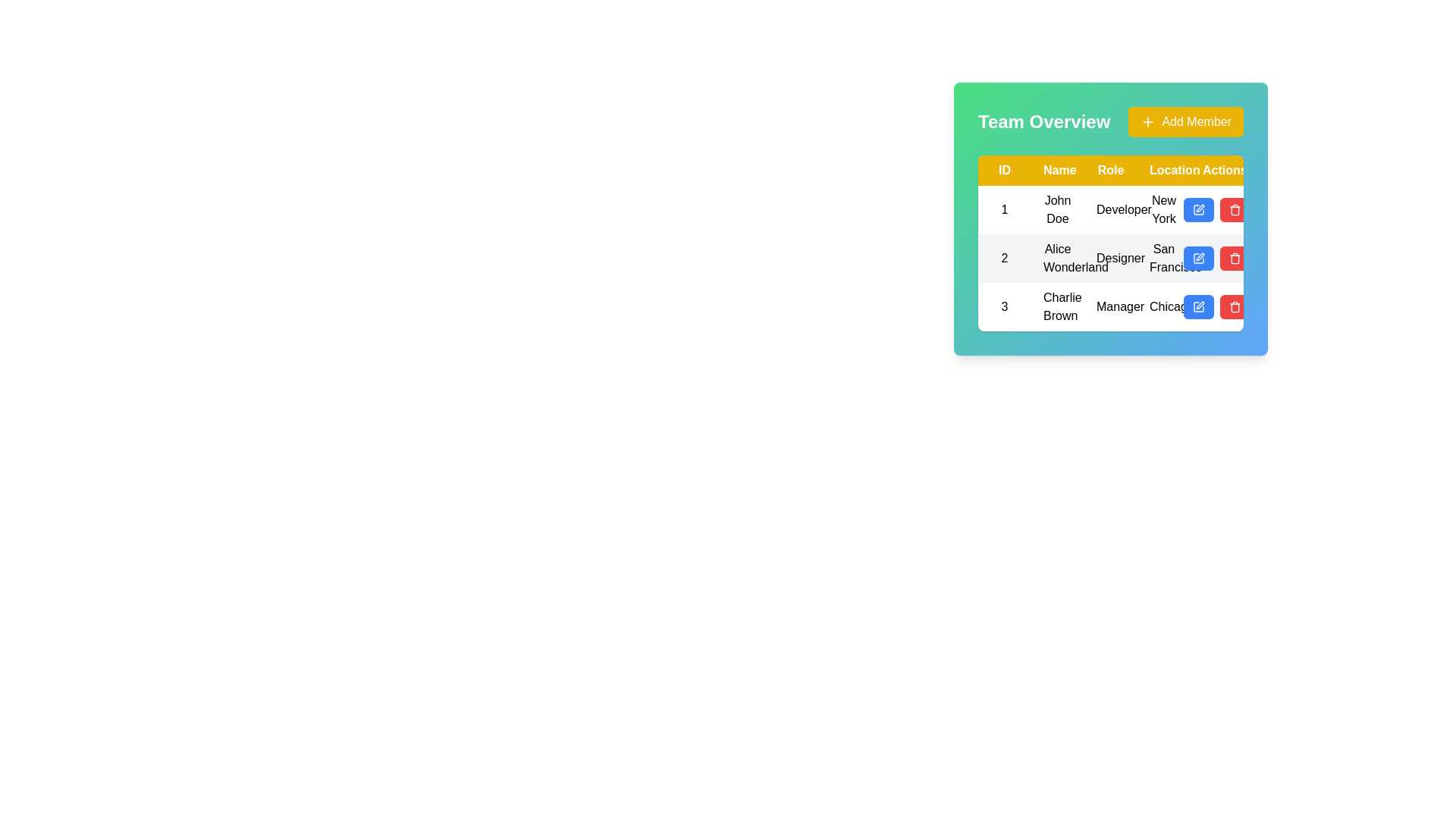  Describe the element at coordinates (1163, 210) in the screenshot. I see `the text element displaying 'New York' in the first row of the table, which is under the 'Location' column and appears to the right of the 'Role' column labeled 'Developer'` at that location.